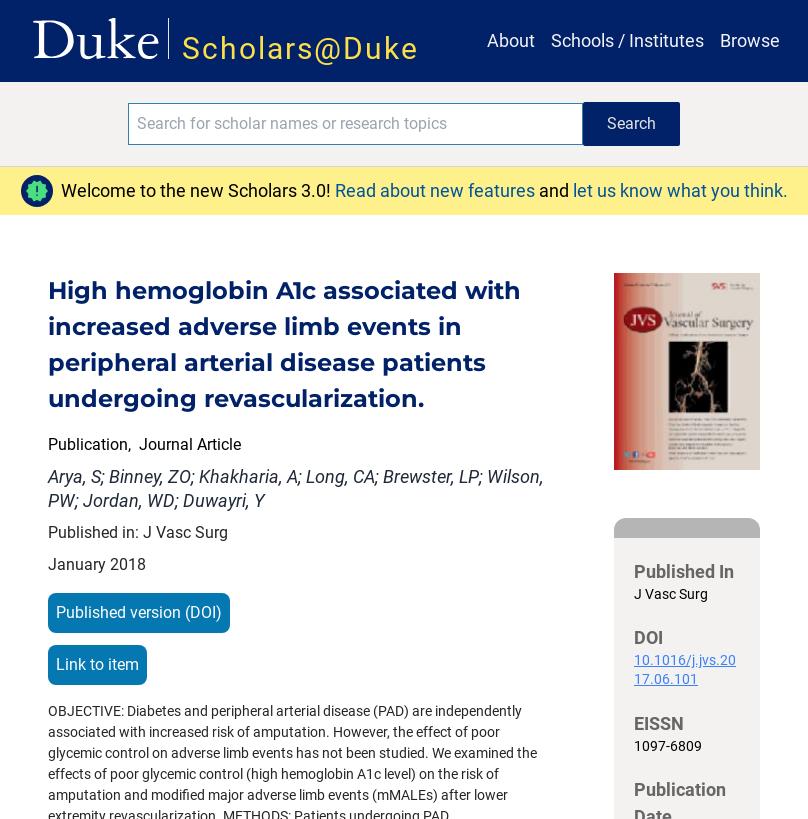 The image size is (808, 819). Describe the element at coordinates (295, 486) in the screenshot. I see `'Arya, S; Binney, ZO; Khakharia, A; Long, CA; Brewster, LP; Wilson, PW; Jordan, WD; Duwayri, Y'` at that location.